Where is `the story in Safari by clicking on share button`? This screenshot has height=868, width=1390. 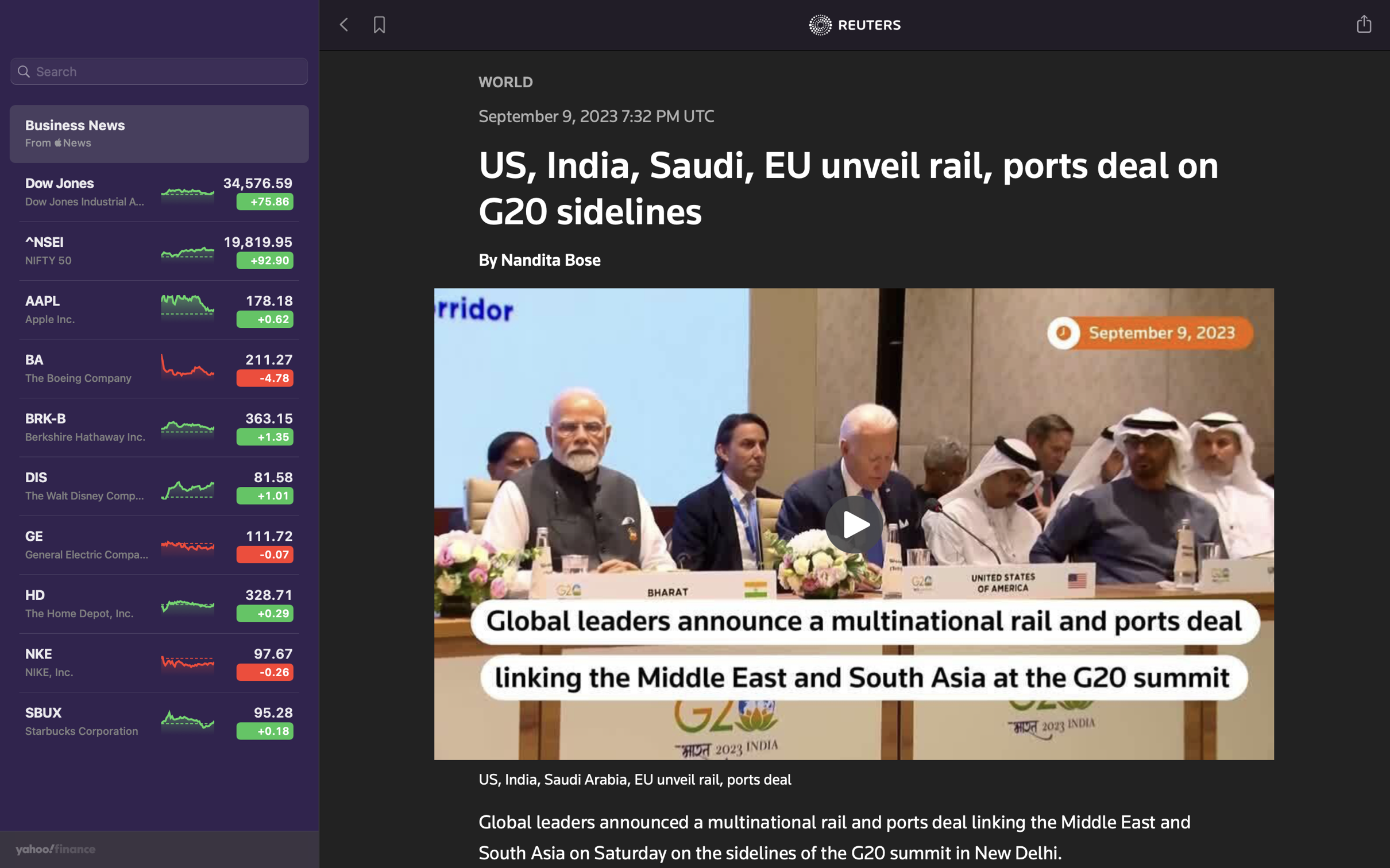
the story in Safari by clicking on share button is located at coordinates (1365, 22).